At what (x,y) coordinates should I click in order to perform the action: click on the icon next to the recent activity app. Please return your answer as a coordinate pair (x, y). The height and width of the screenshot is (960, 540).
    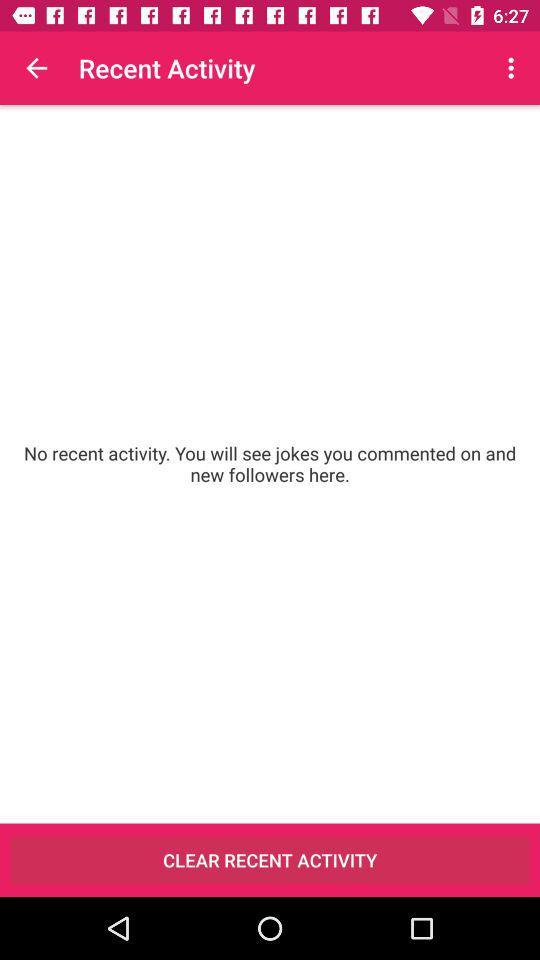
    Looking at the image, I should click on (513, 68).